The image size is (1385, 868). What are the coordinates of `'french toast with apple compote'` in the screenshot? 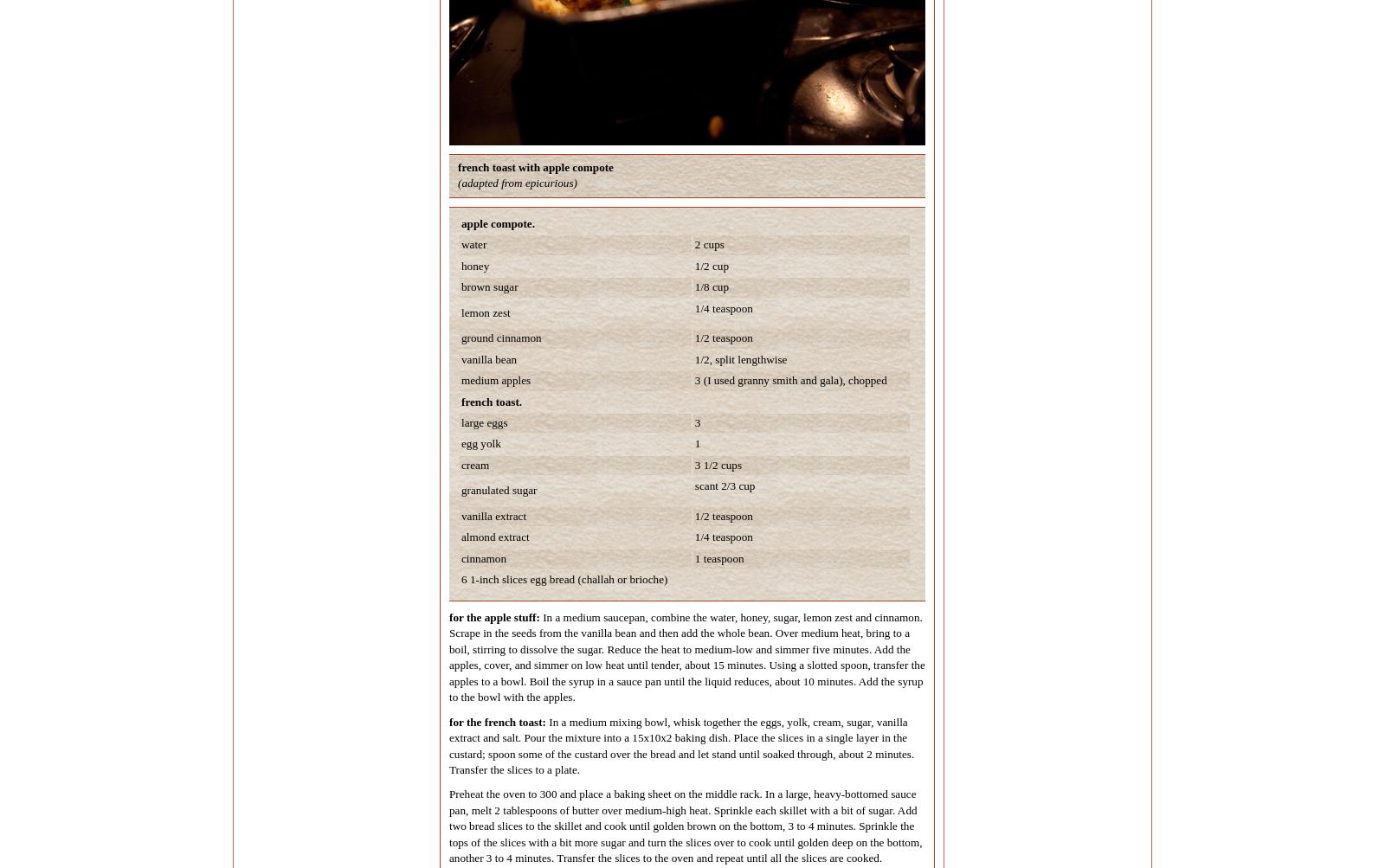 It's located at (456, 165).